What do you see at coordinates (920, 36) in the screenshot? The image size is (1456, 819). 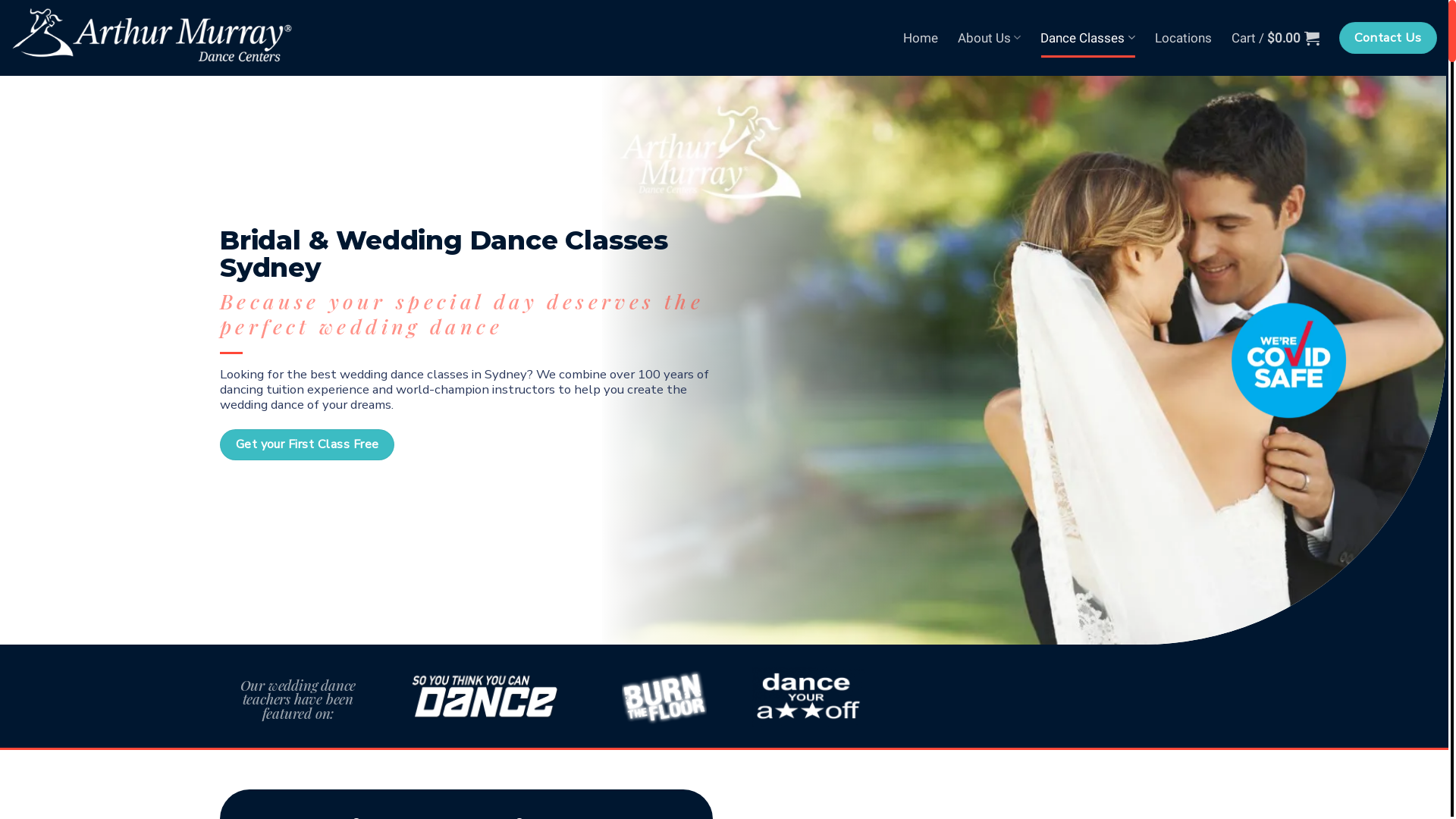 I see `'Home'` at bounding box center [920, 36].